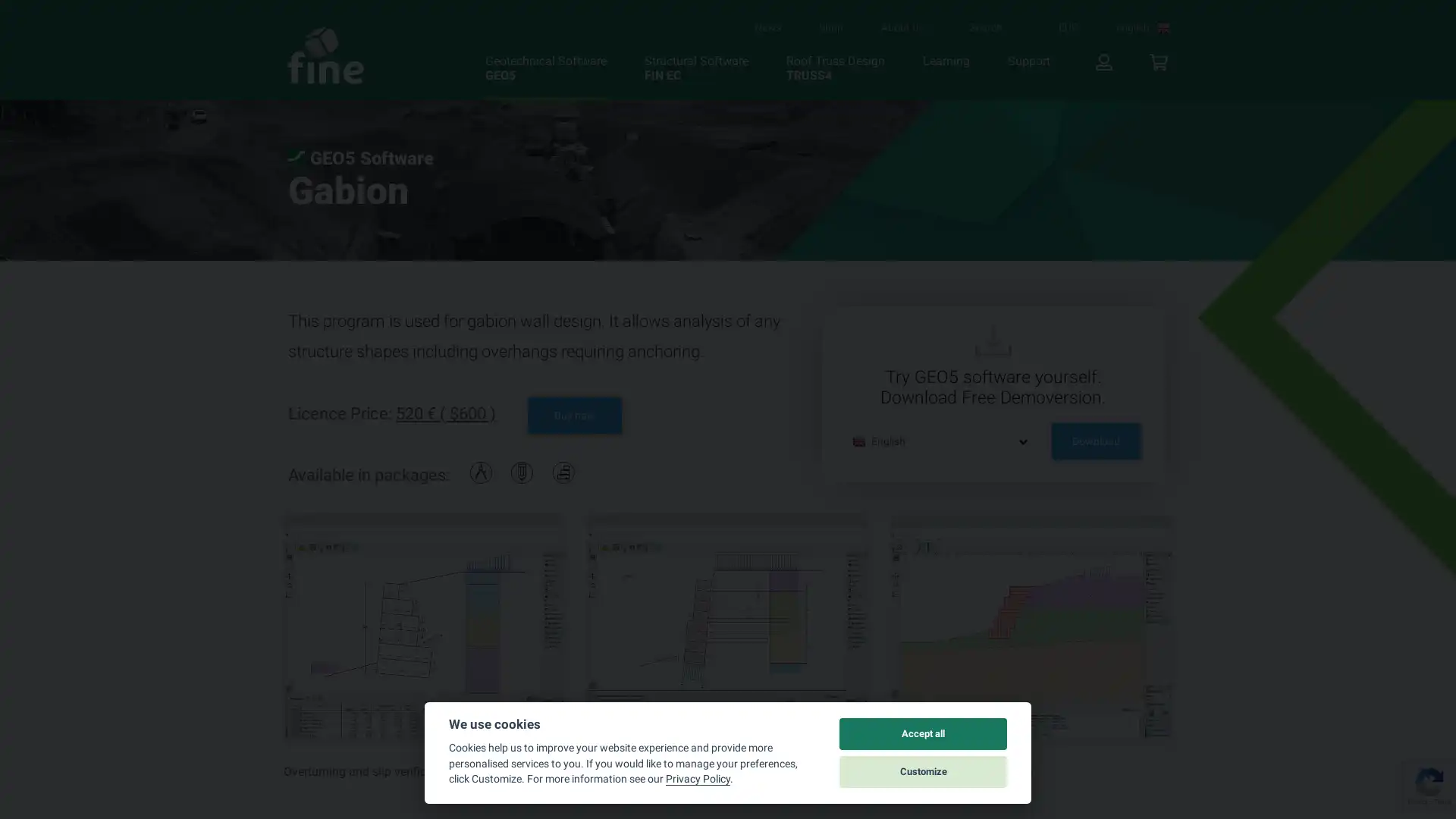 The height and width of the screenshot is (819, 1456). What do you see at coordinates (1095, 441) in the screenshot?
I see `Download` at bounding box center [1095, 441].